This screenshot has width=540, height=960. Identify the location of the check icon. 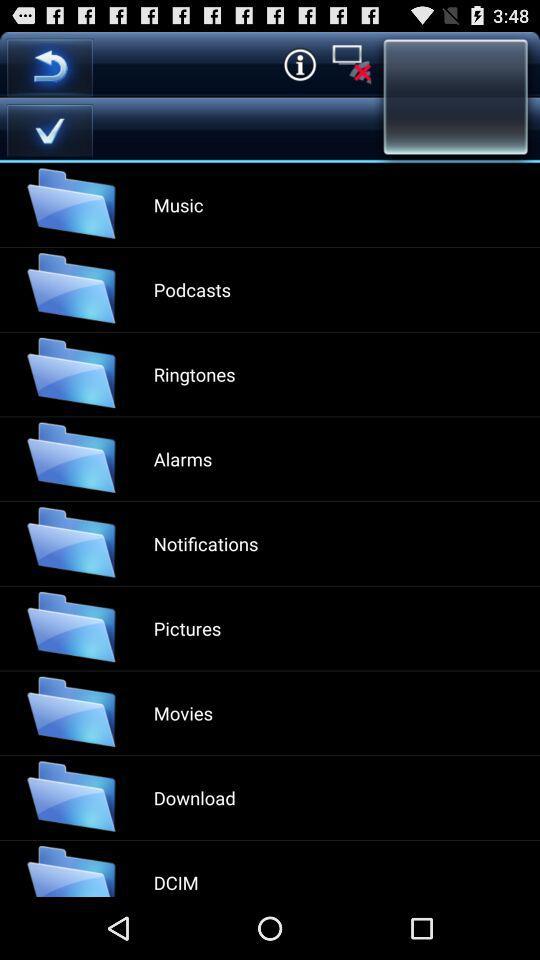
(50, 138).